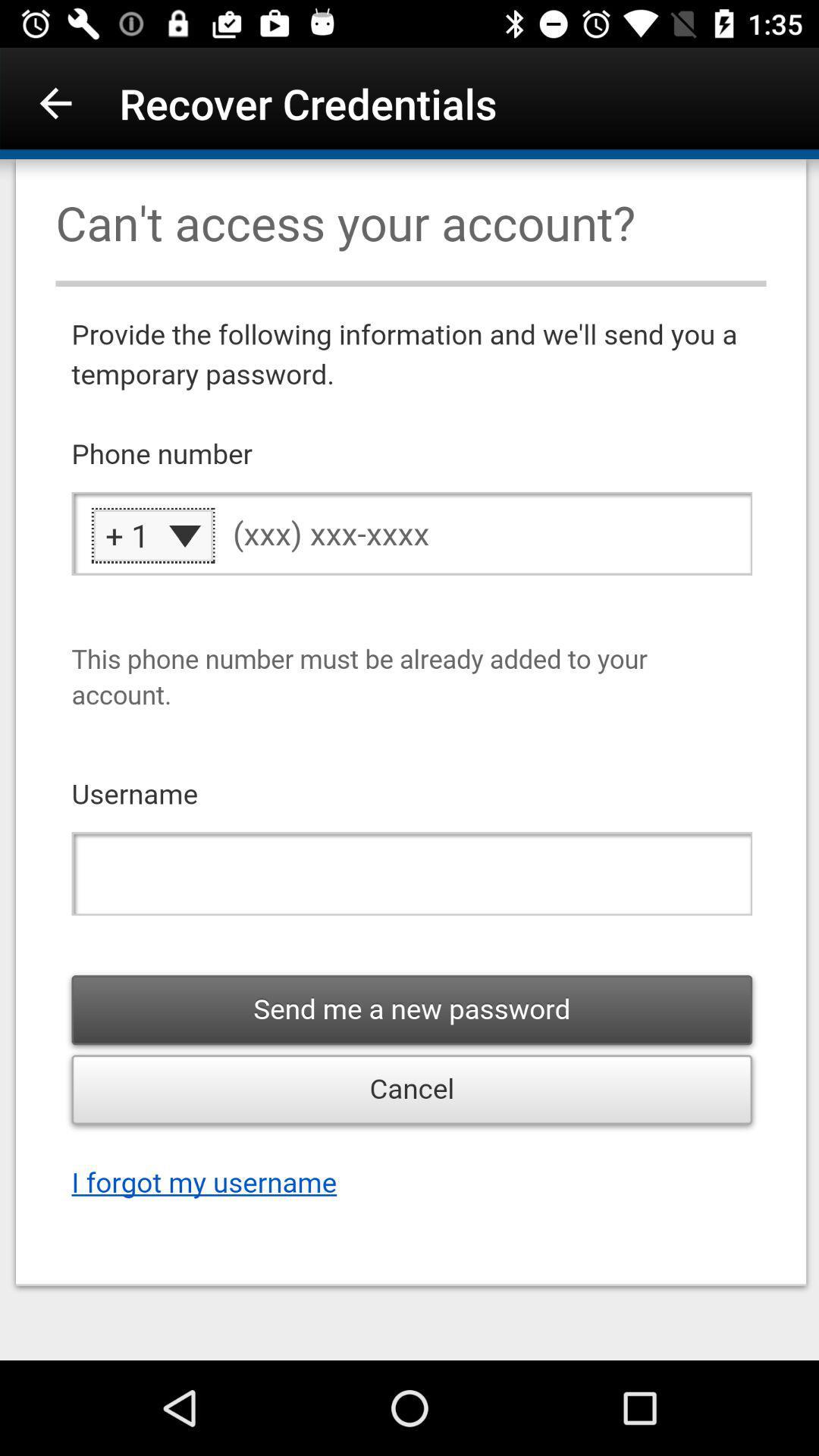 This screenshot has width=819, height=1456. What do you see at coordinates (409, 760) in the screenshot?
I see `password reset` at bounding box center [409, 760].